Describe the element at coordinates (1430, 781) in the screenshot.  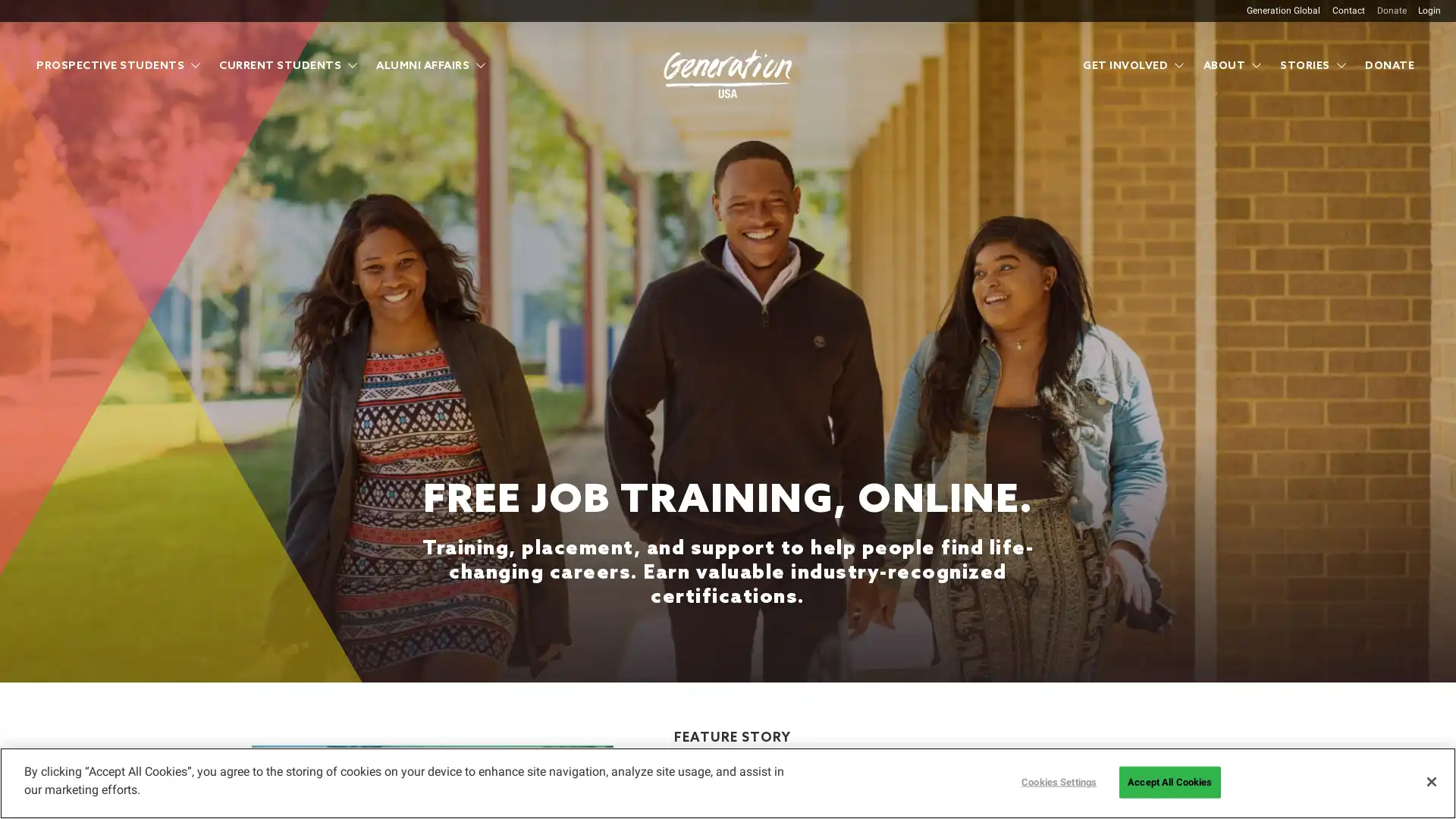
I see `Close` at that location.